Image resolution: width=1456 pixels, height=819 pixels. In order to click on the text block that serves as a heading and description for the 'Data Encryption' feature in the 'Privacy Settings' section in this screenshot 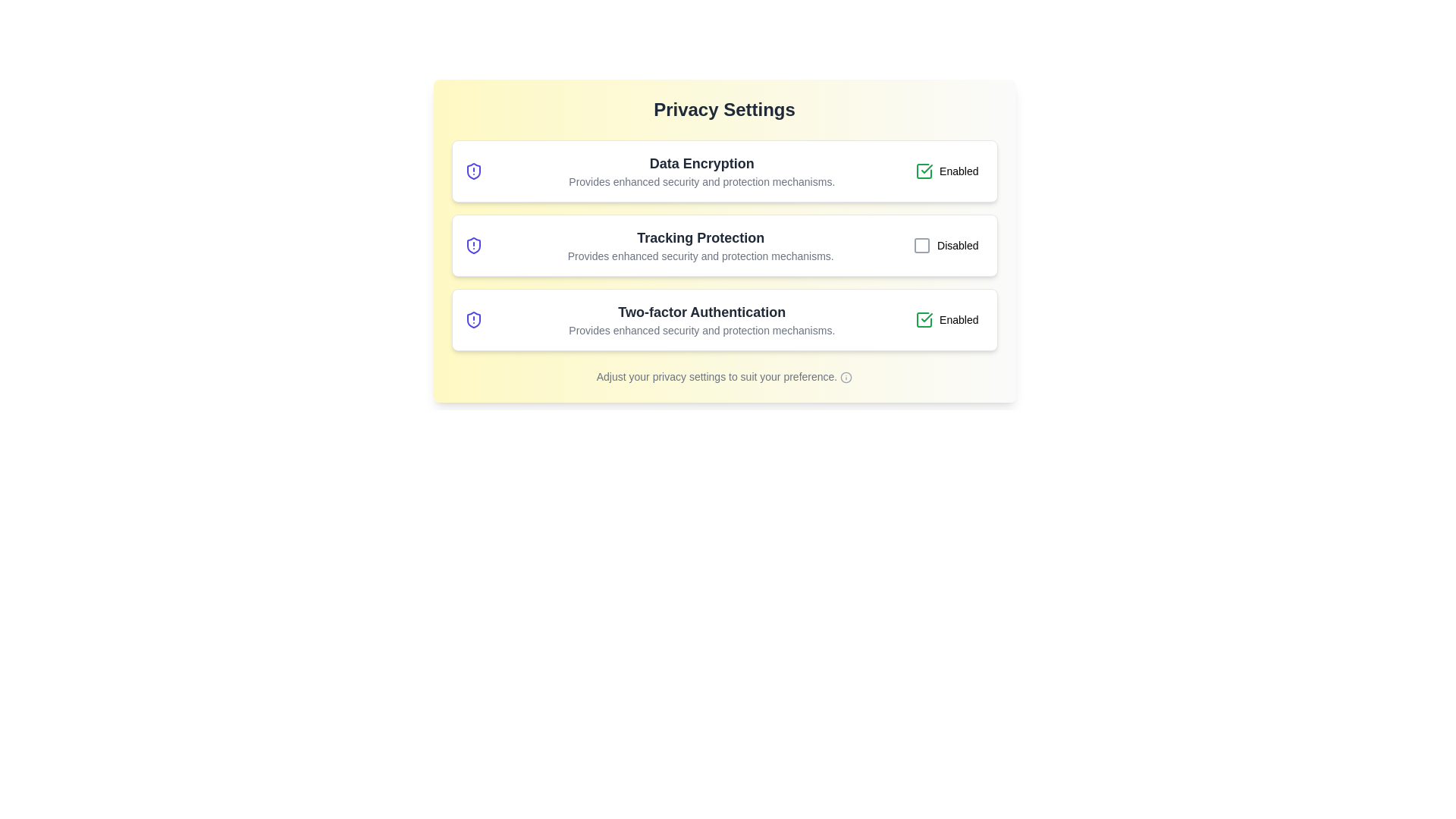, I will do `click(701, 171)`.